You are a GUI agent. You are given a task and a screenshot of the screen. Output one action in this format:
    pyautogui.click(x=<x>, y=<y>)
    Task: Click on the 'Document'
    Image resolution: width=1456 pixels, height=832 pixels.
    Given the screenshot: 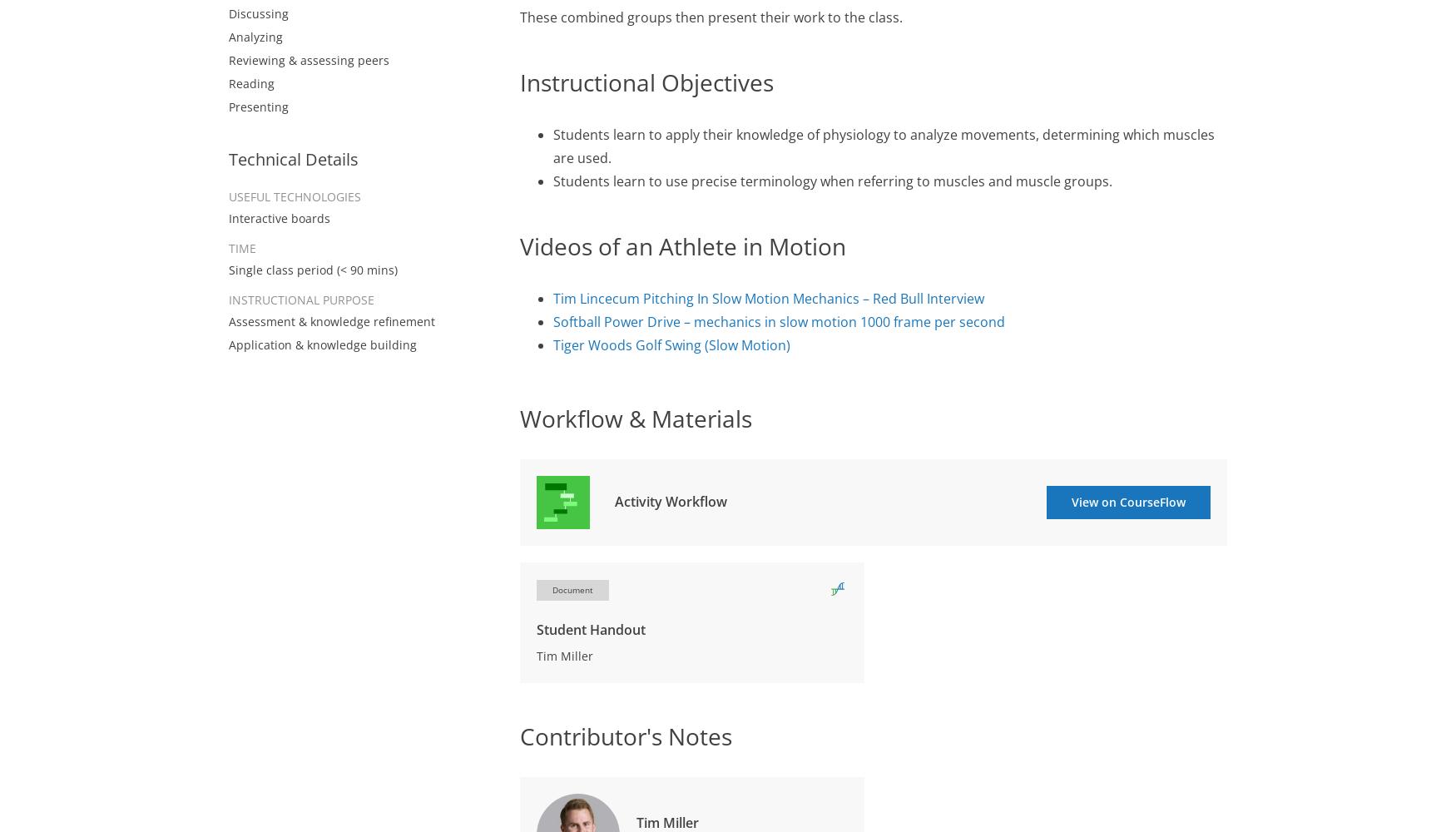 What is the action you would take?
    pyautogui.click(x=572, y=589)
    